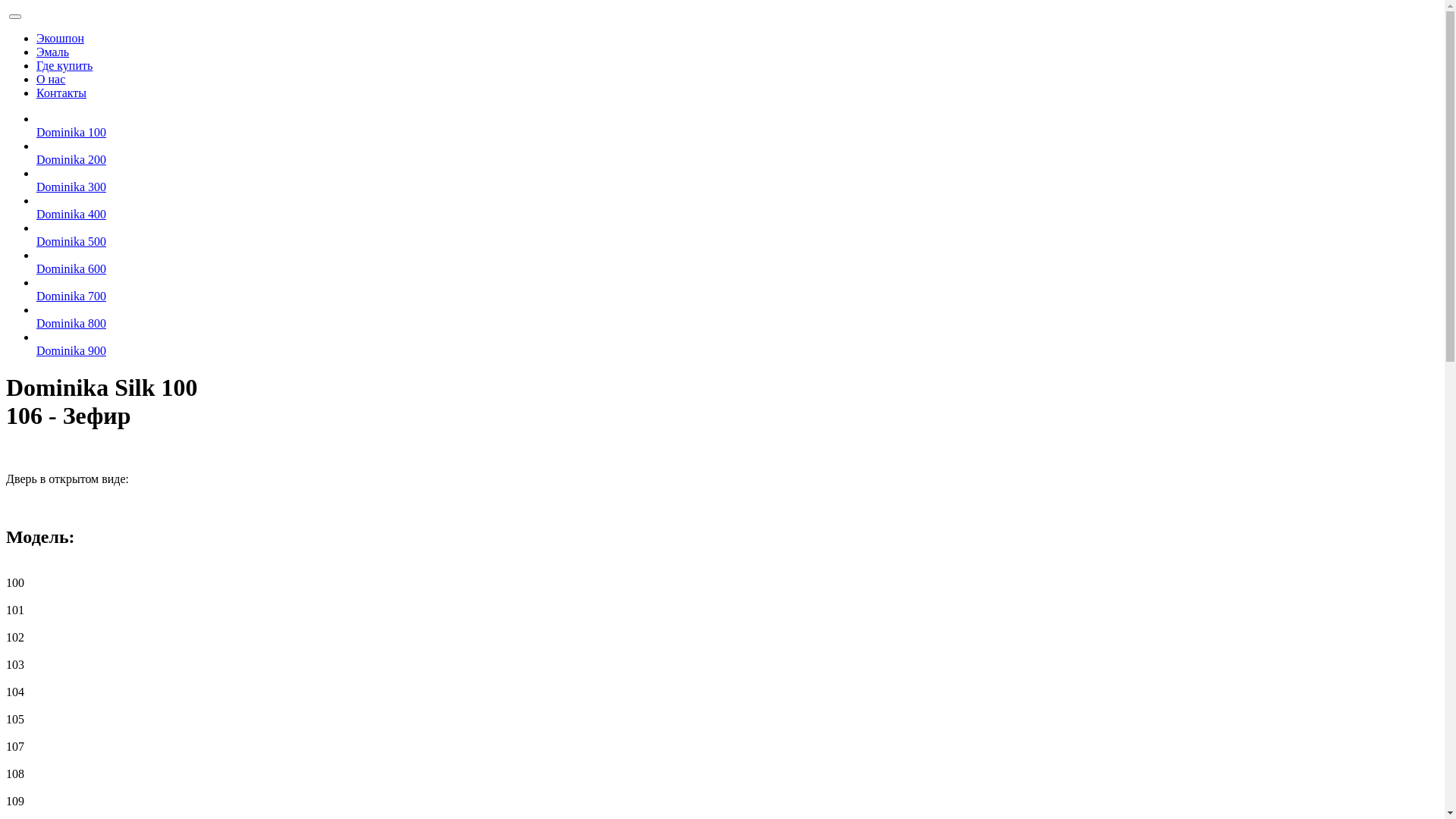  I want to click on 'Dominika 500', so click(71, 240).